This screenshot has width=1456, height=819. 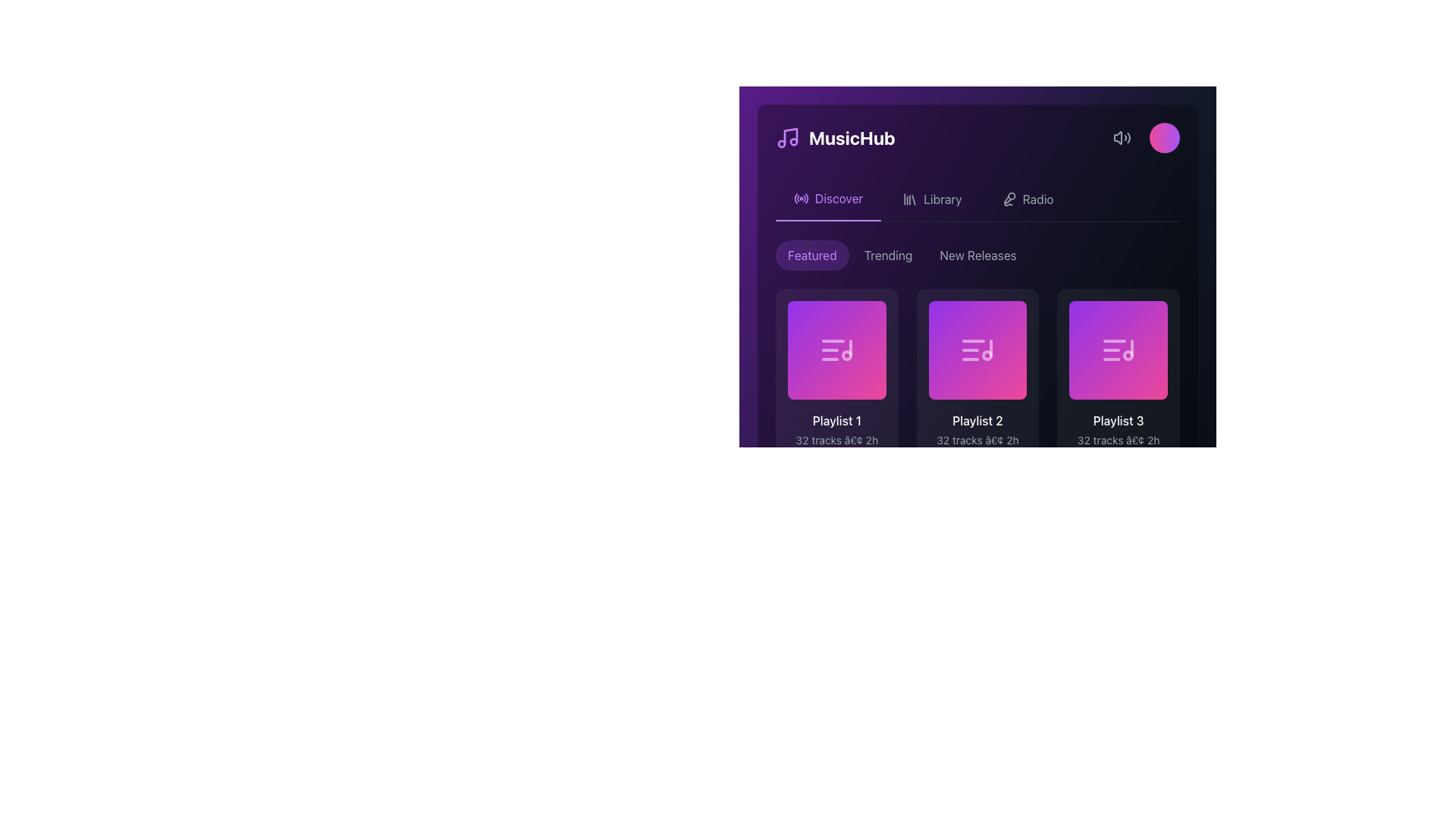 What do you see at coordinates (977, 447) in the screenshot?
I see `the Text Label element displaying '32 tracks • 2h 15m' located beneath 'Playlist 2'` at bounding box center [977, 447].